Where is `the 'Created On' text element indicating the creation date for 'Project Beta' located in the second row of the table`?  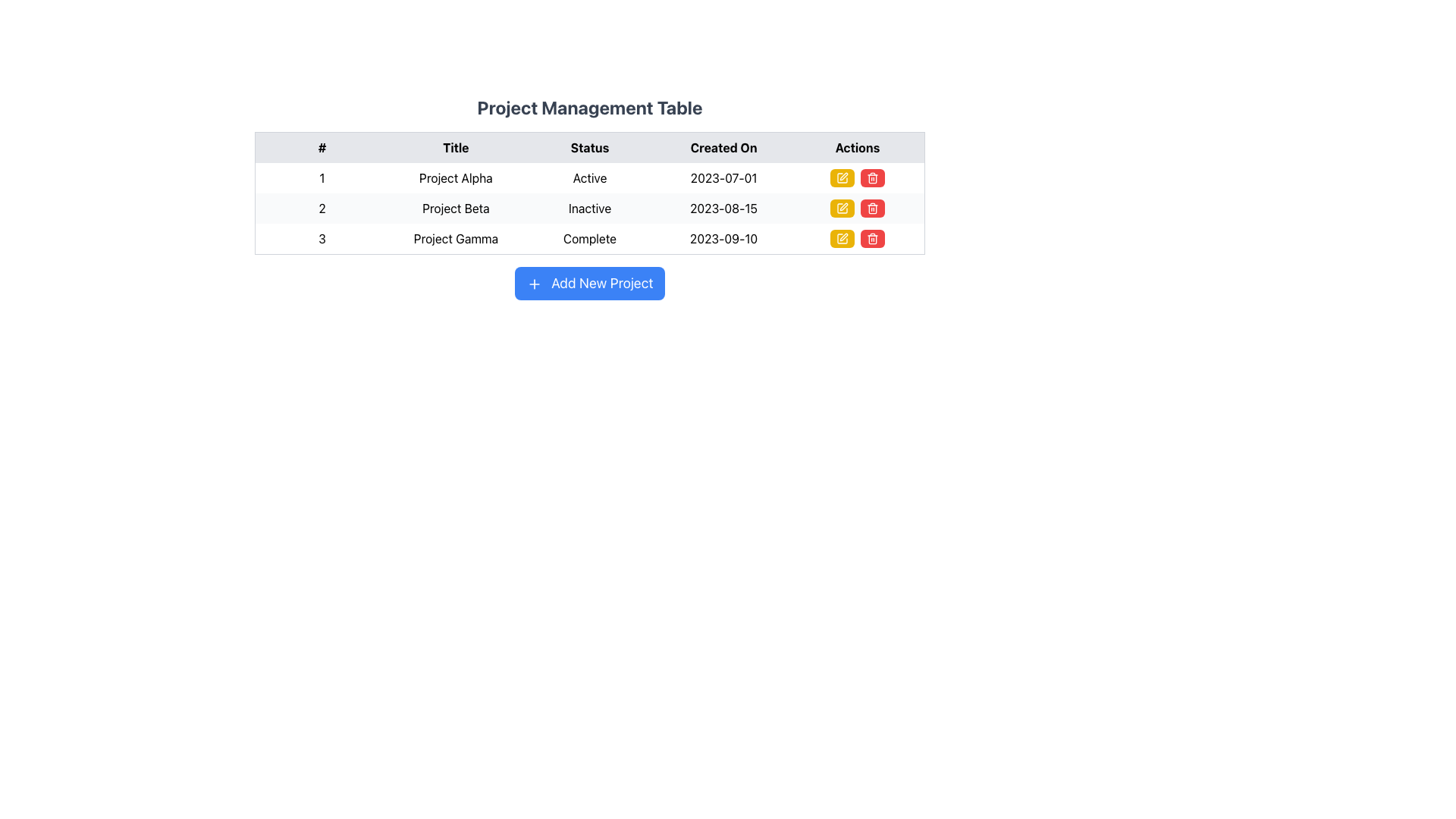 the 'Created On' text element indicating the creation date for 'Project Beta' located in the second row of the table is located at coordinates (723, 208).